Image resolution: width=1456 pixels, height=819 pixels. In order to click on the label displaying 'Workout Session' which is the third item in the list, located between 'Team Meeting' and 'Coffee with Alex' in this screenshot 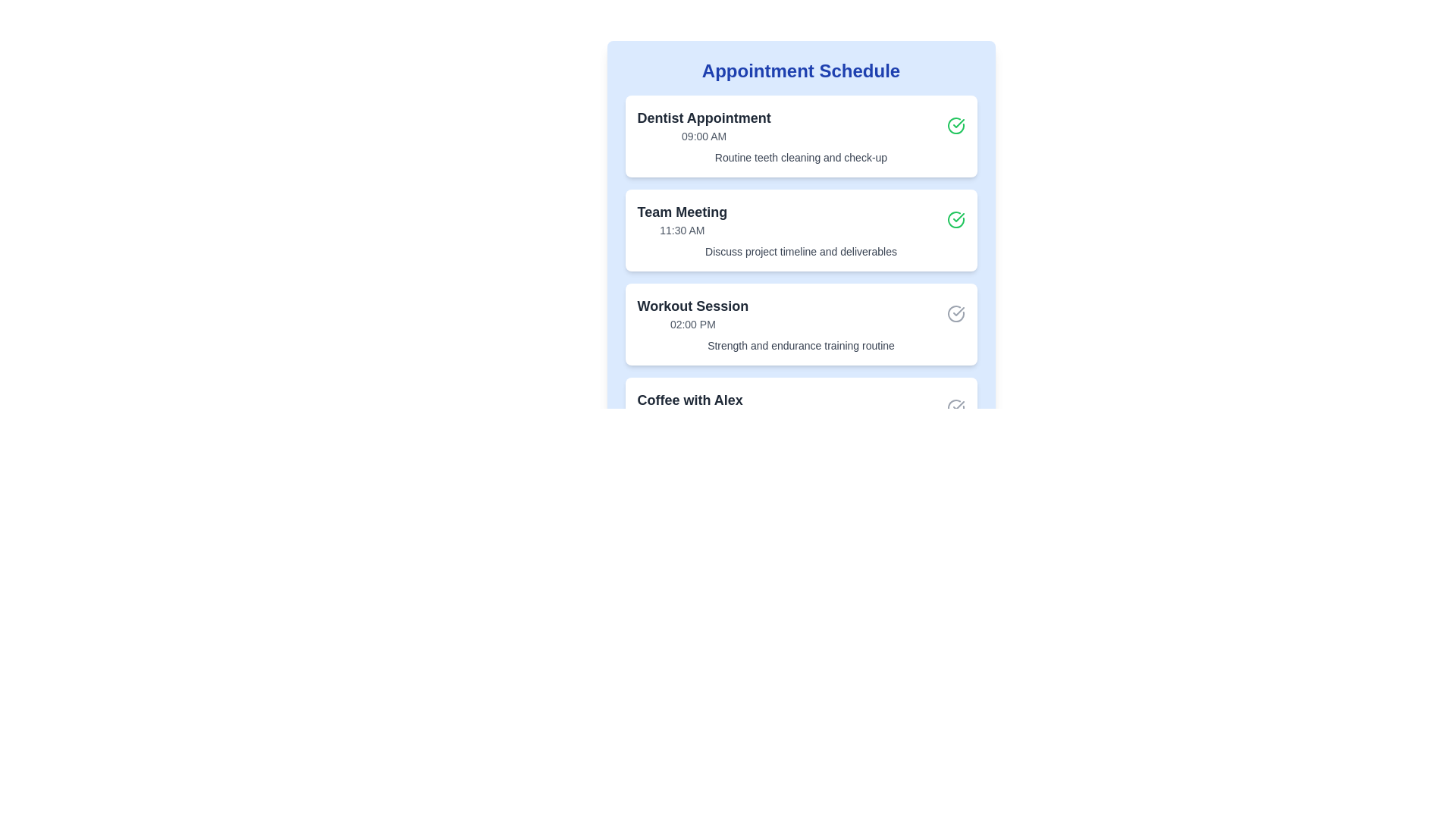, I will do `click(692, 312)`.